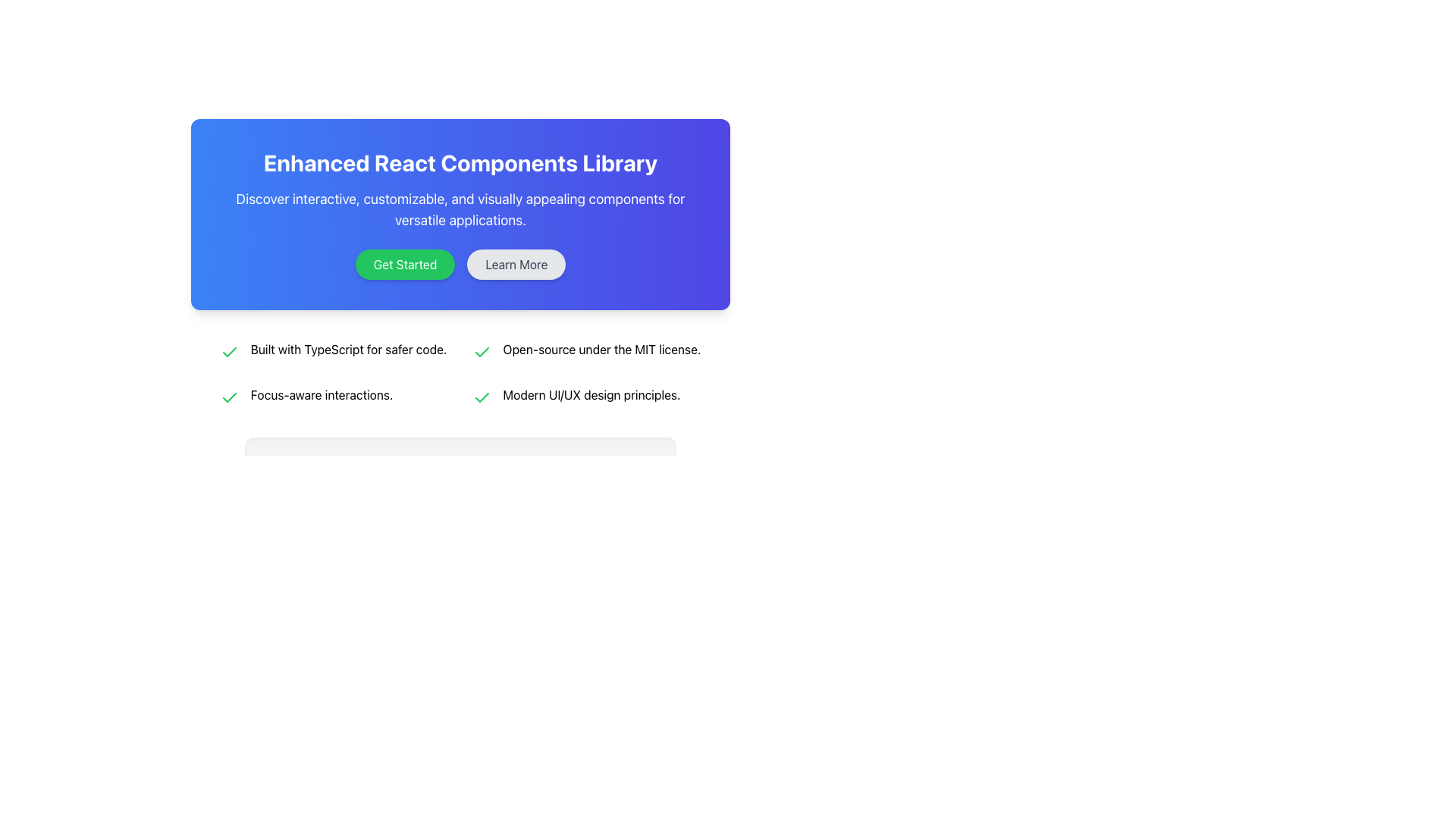  I want to click on licensing information text label indicating open-source content under the MIT license, which is the second element in the top row of a group containing checkmarks and texts, positioned in the upper-right area, so click(601, 350).